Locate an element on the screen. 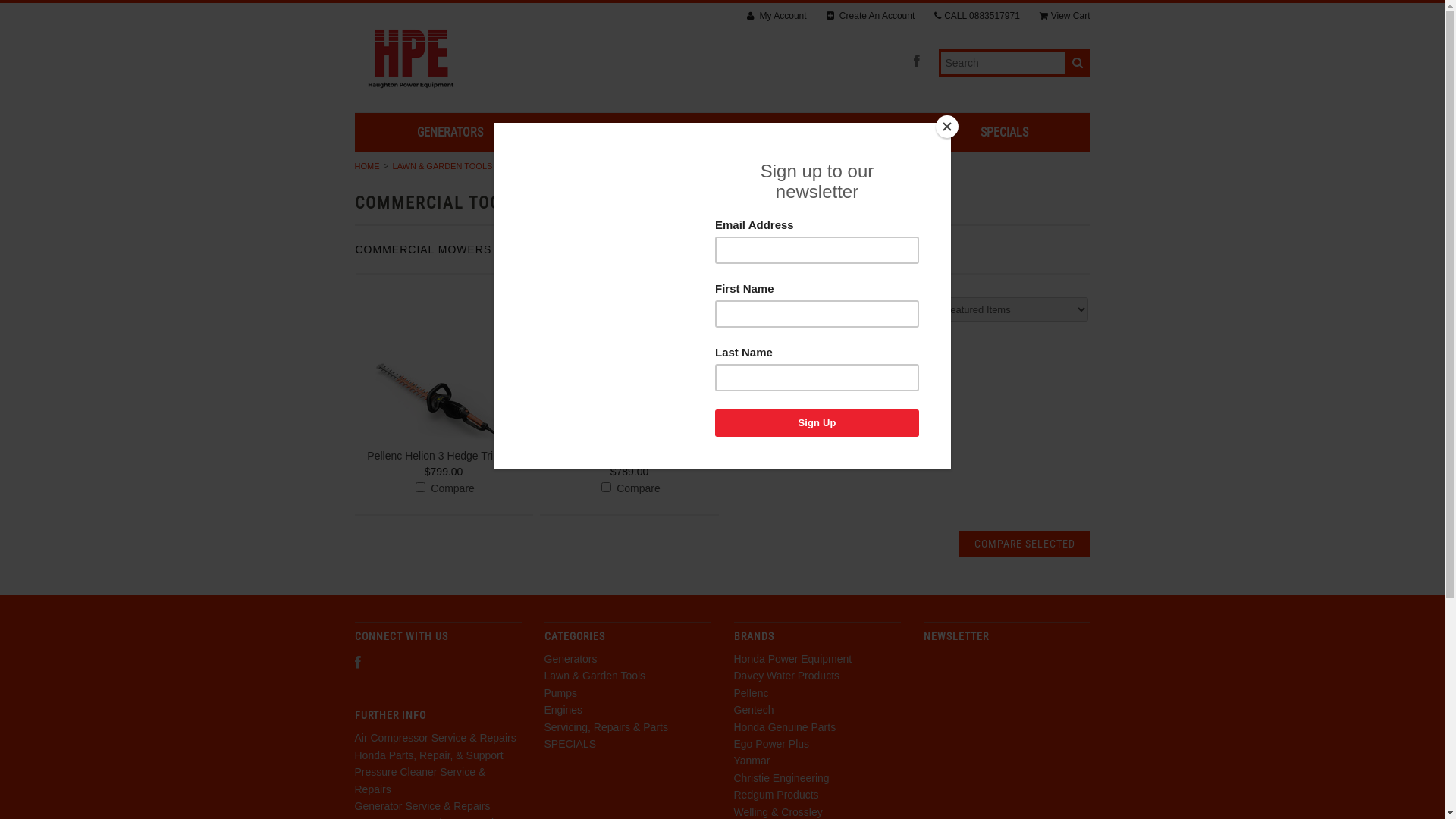  'Pressure Cleaner Service & Repairs' is located at coordinates (420, 780).